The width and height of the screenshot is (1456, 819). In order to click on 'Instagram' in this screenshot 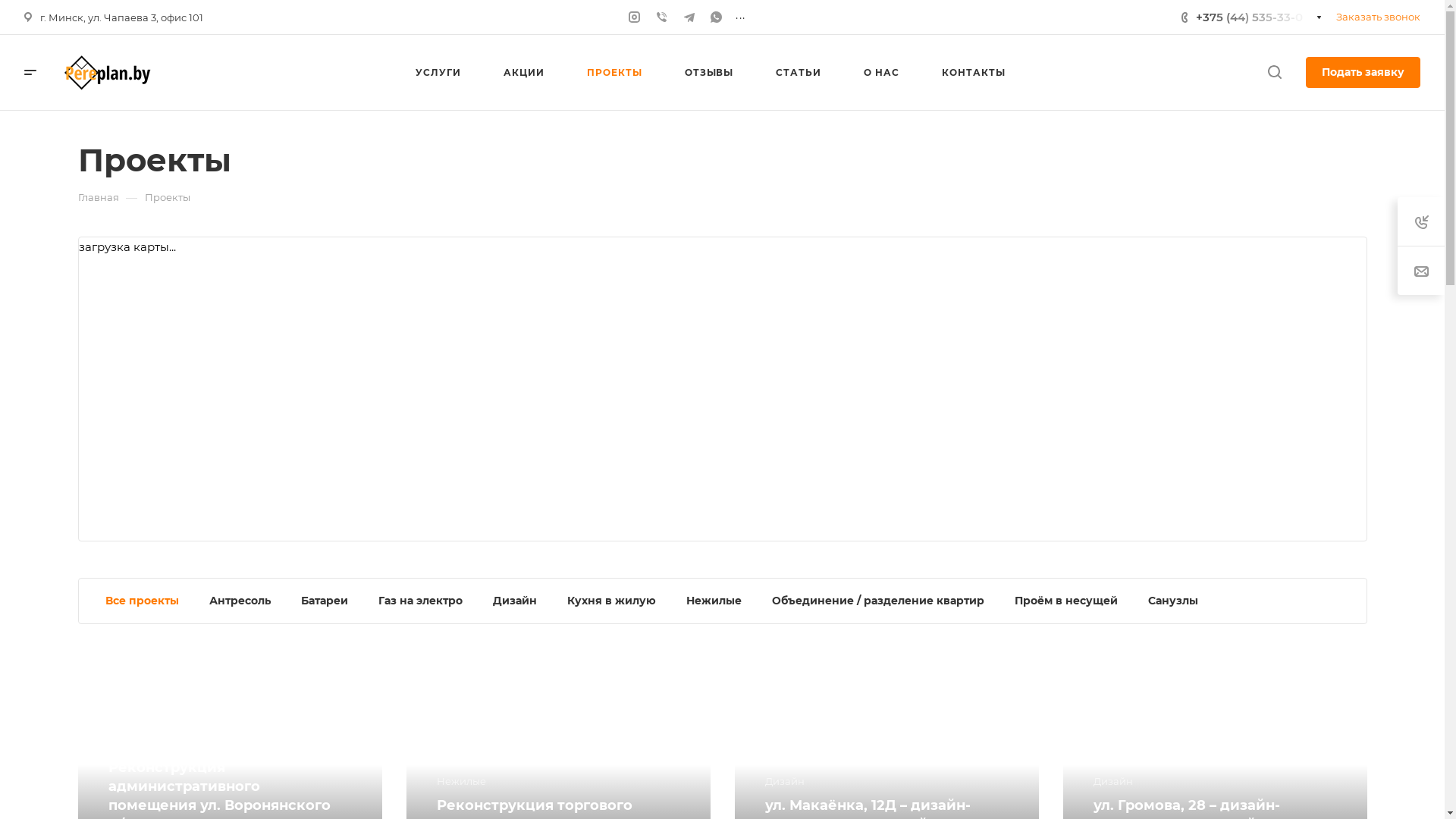, I will do `click(634, 17)`.